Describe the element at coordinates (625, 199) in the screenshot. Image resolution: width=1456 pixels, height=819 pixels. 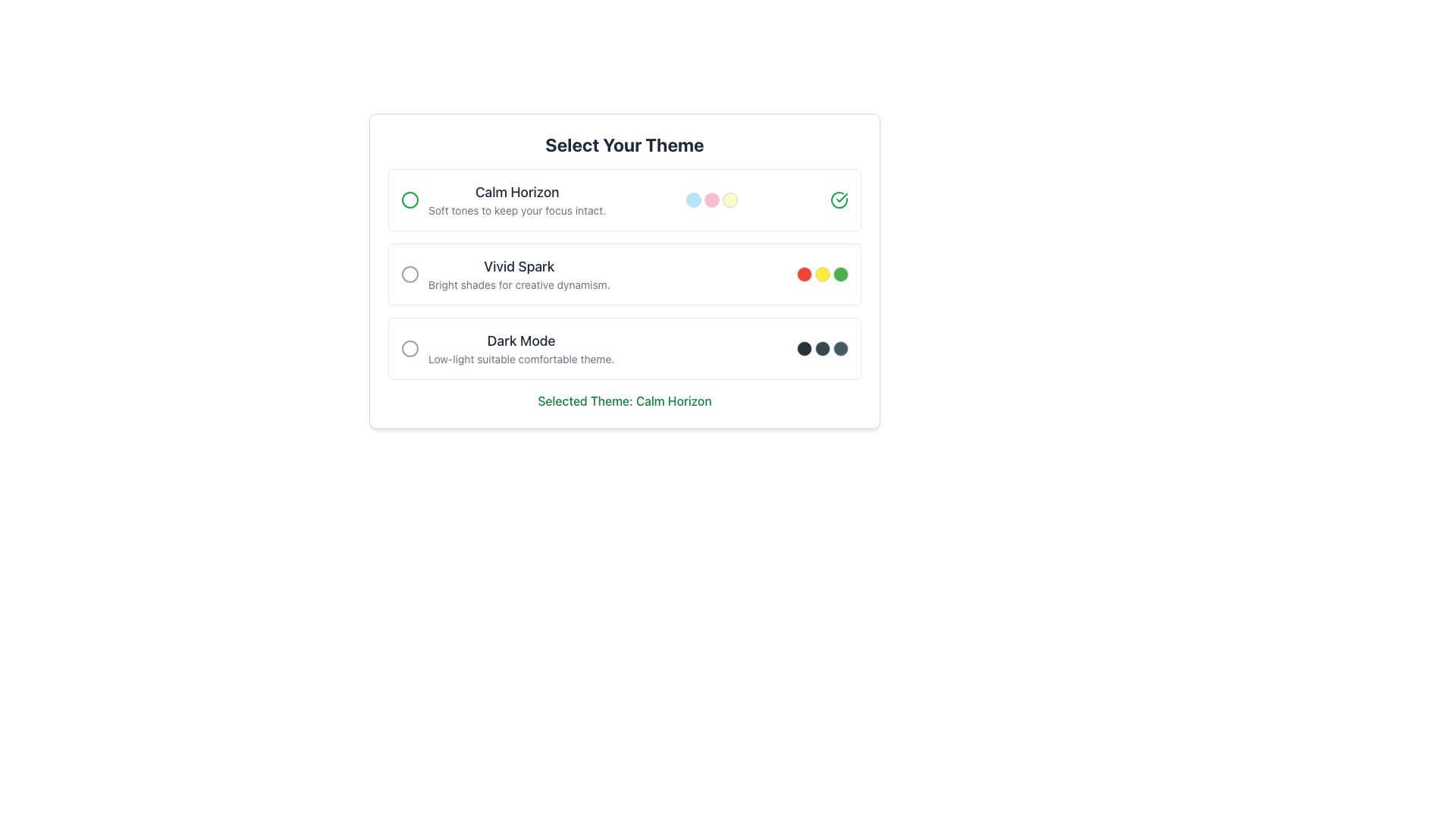
I see `the 'Calm Horizon' card, which is the first entry in a vertical list of options` at that location.